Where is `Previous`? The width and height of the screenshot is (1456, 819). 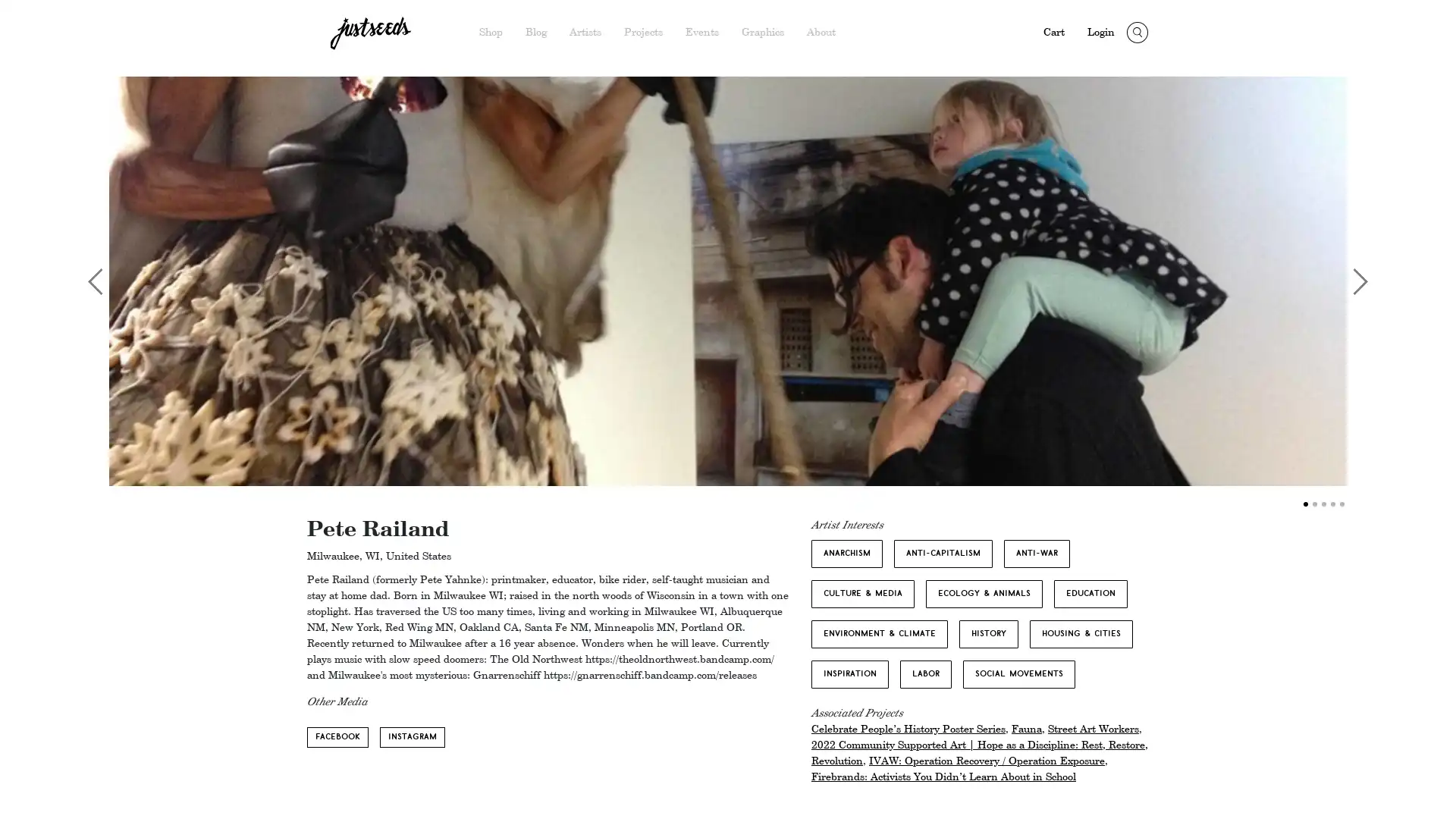 Previous is located at coordinates (100, 281).